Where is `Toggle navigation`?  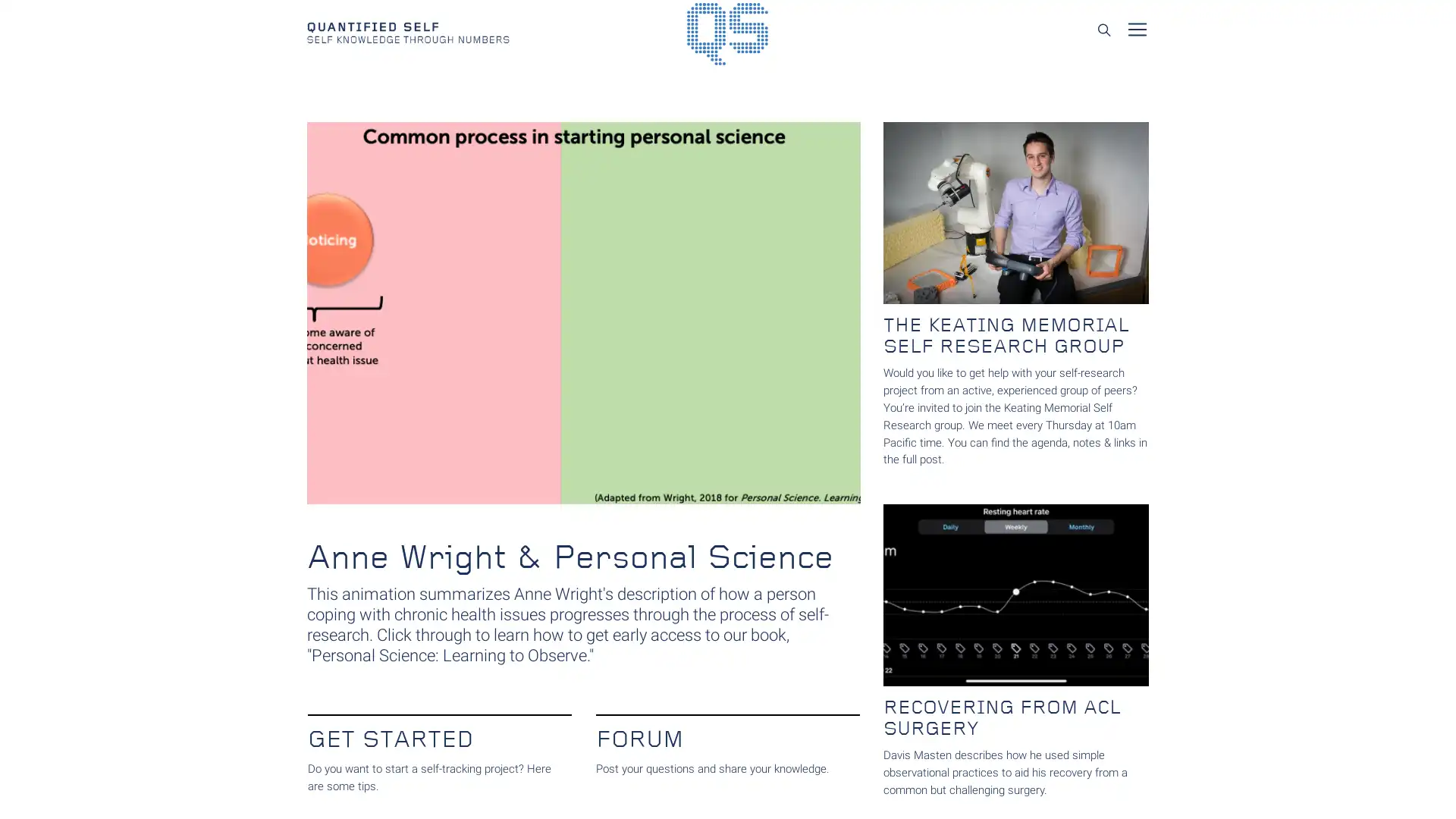
Toggle navigation is located at coordinates (1137, 29).